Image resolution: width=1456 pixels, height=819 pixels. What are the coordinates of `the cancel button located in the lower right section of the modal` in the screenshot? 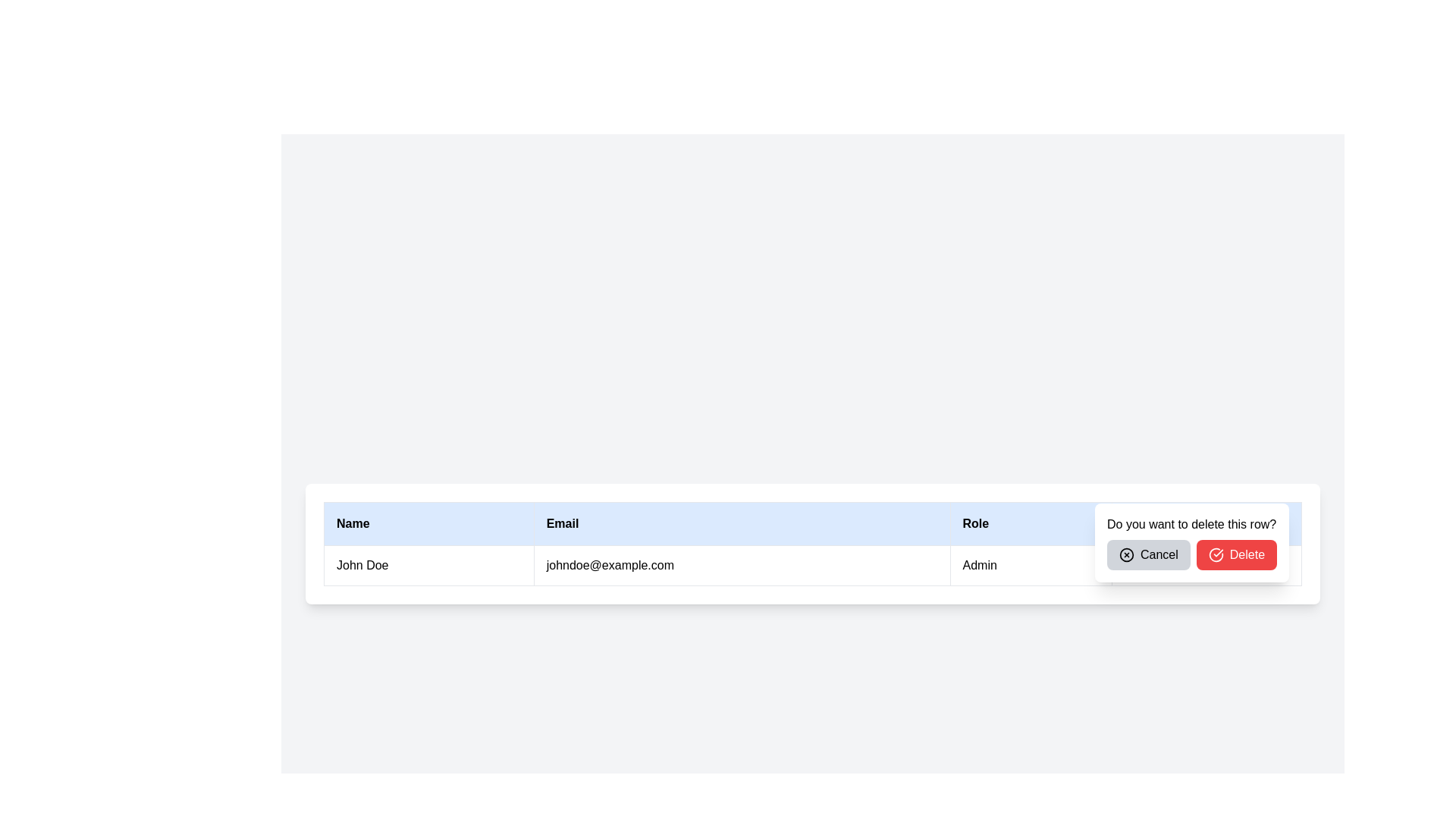 It's located at (1148, 554).